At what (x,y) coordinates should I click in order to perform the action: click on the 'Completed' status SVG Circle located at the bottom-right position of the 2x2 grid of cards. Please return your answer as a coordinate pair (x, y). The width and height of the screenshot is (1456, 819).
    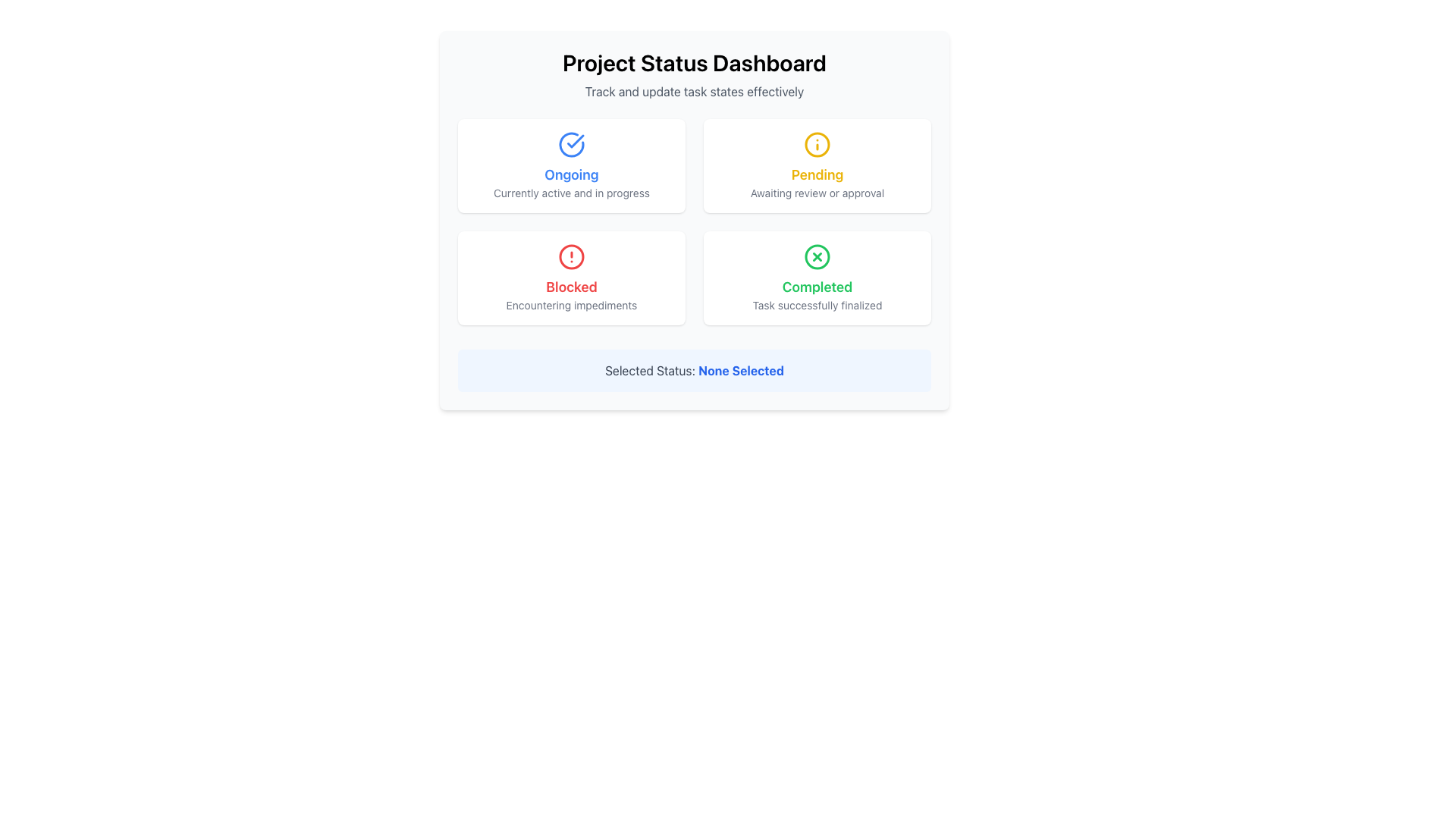
    Looking at the image, I should click on (817, 256).